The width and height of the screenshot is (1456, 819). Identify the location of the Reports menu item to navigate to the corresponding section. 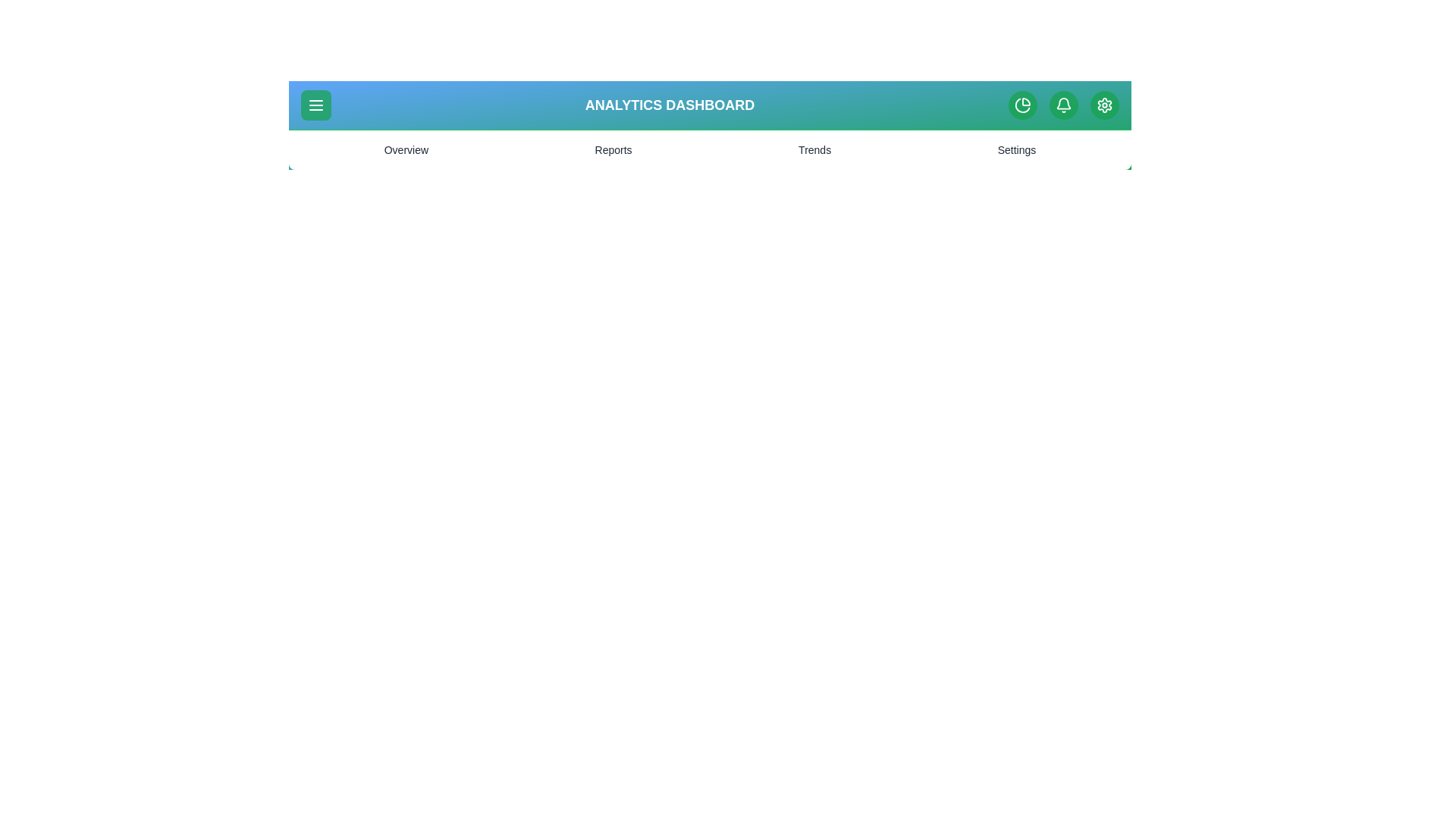
(613, 149).